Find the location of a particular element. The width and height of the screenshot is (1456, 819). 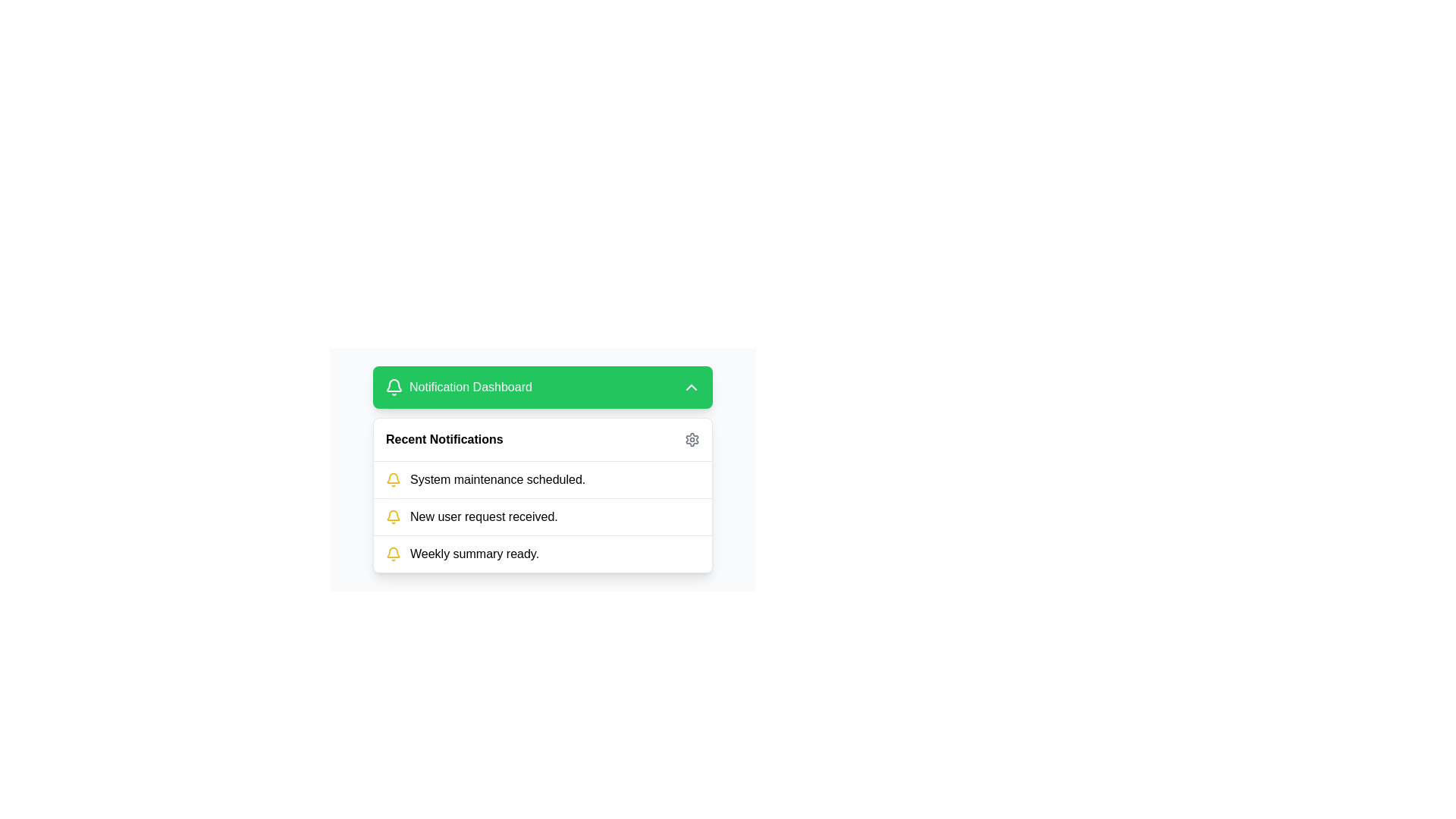

the 'Notification Dashboard' header bar with icons is located at coordinates (542, 468).